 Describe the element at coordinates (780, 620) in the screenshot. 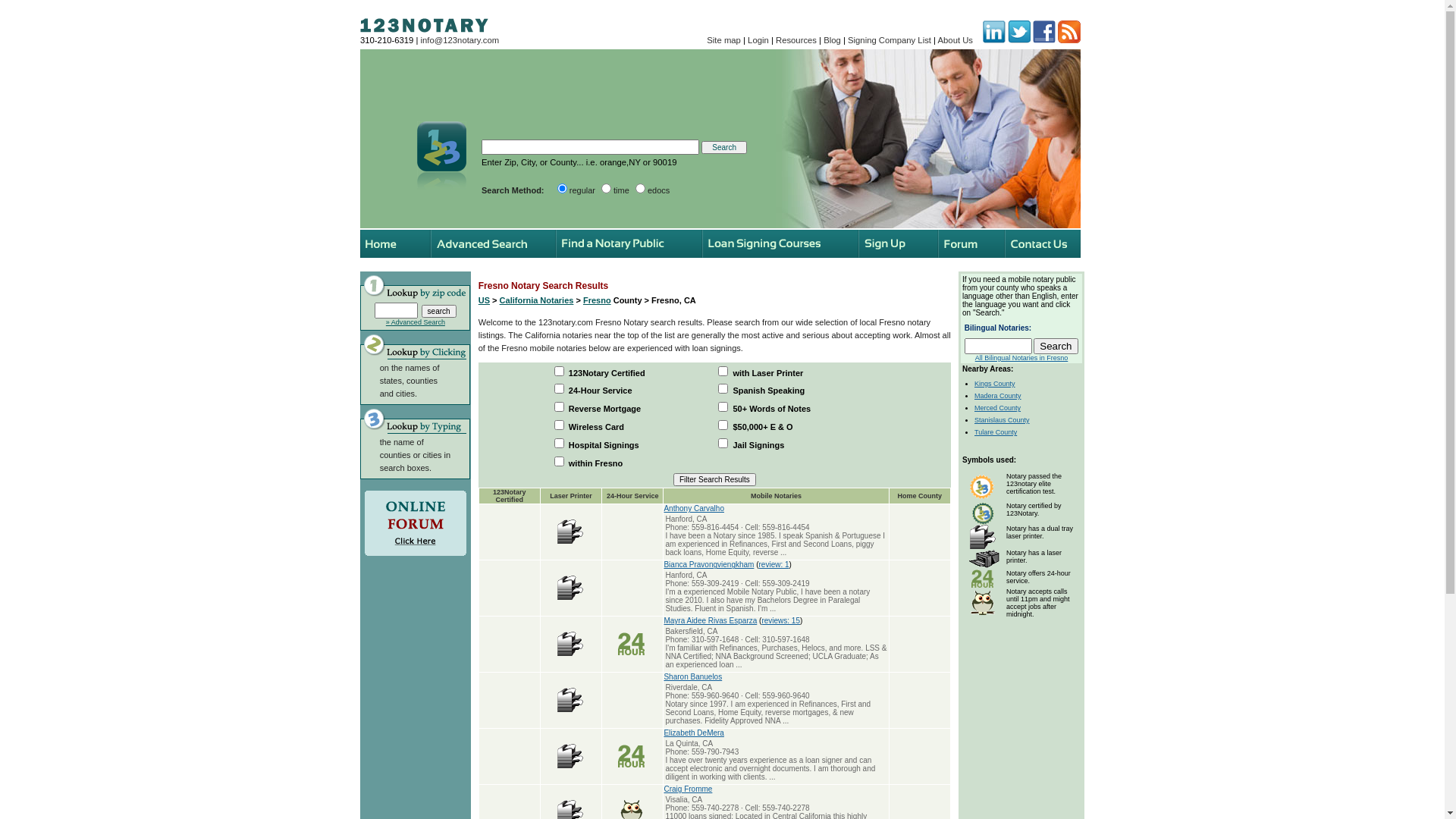

I see `'reviews: 15'` at that location.